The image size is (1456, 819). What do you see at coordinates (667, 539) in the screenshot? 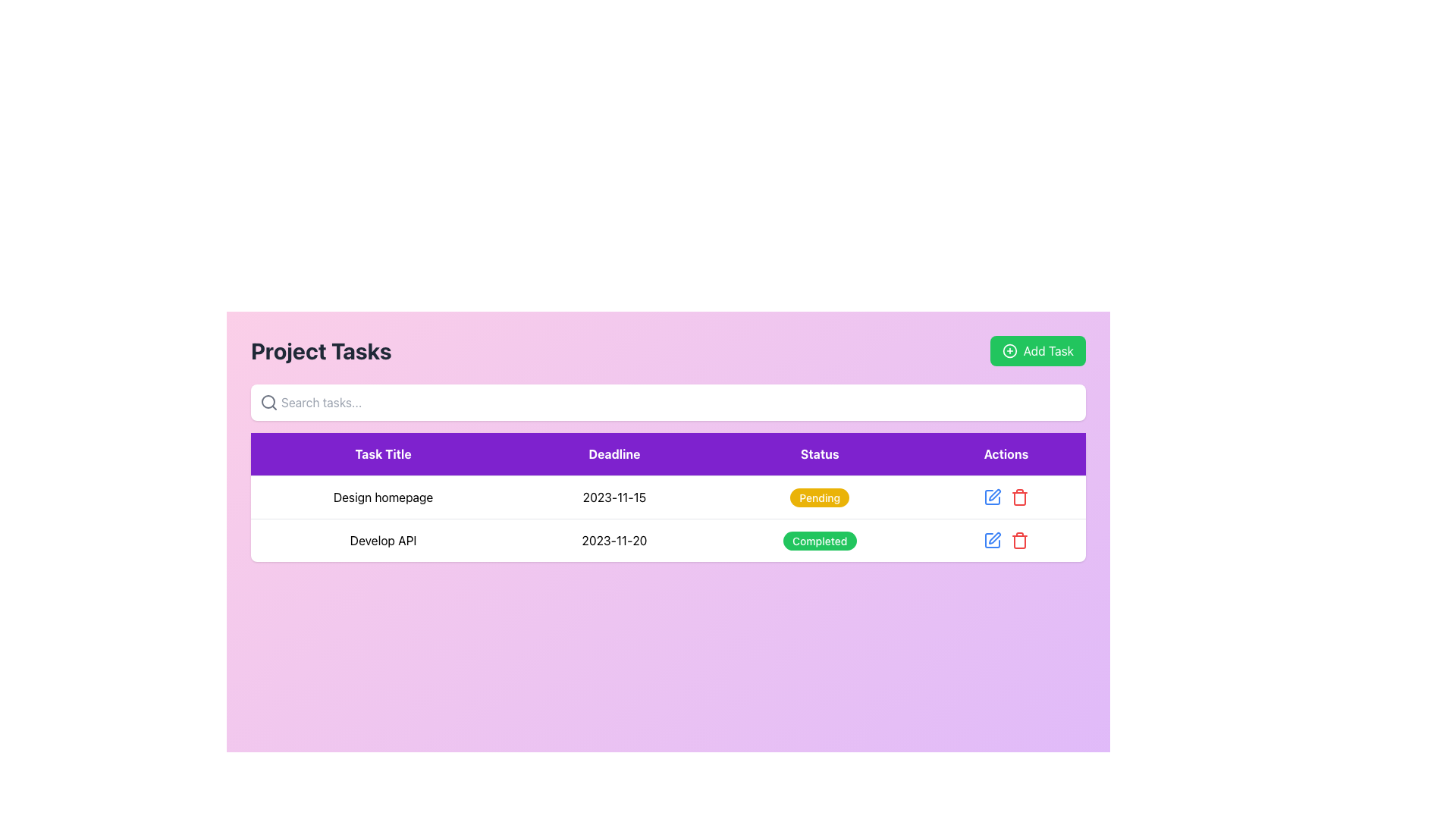
I see `the second row of the task table displaying the title 'Develop API', the date '2023-11-20', and the status 'Completed'` at bounding box center [667, 539].